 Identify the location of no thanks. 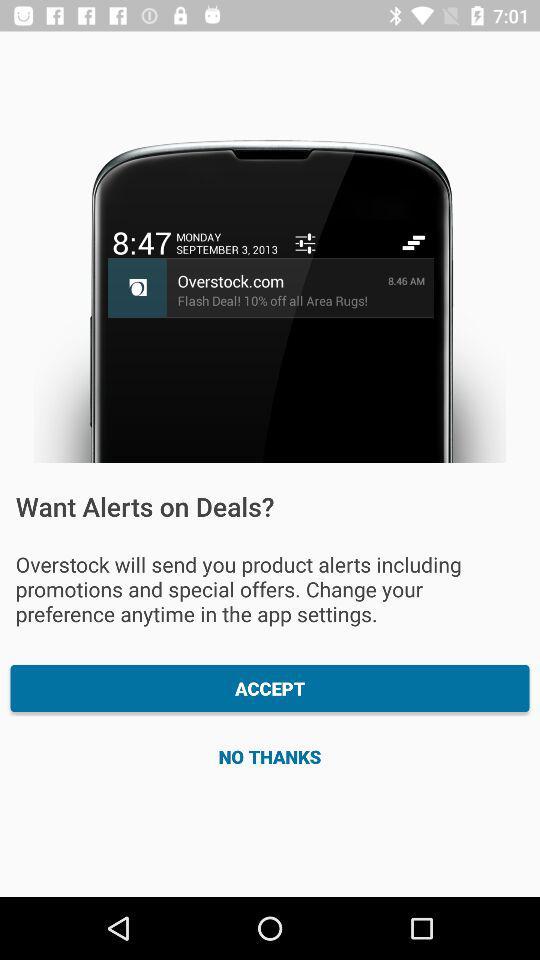
(270, 755).